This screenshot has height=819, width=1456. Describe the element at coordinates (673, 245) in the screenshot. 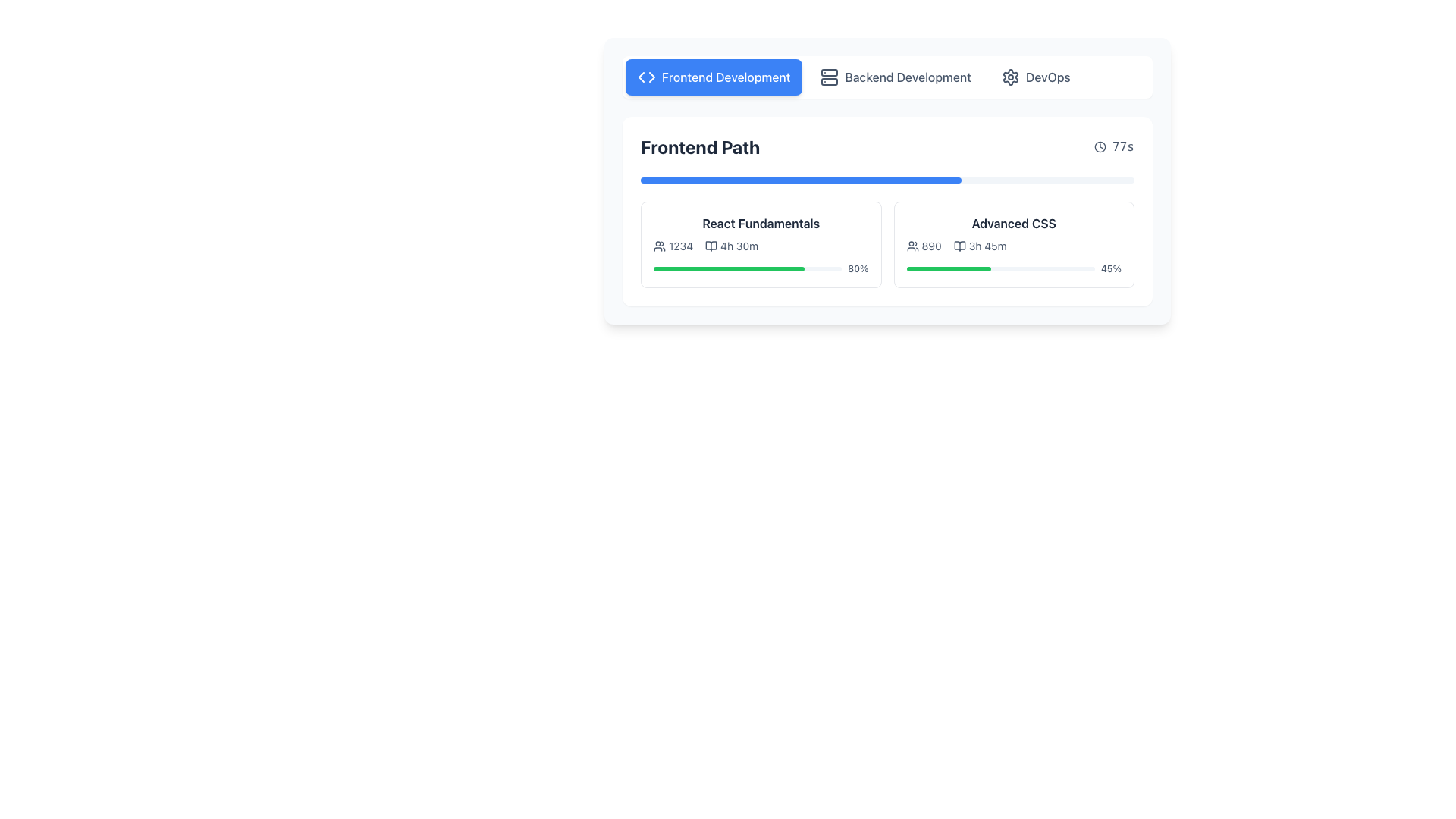

I see `the status indicator element displaying the text '1234' and the group of people icon` at that location.